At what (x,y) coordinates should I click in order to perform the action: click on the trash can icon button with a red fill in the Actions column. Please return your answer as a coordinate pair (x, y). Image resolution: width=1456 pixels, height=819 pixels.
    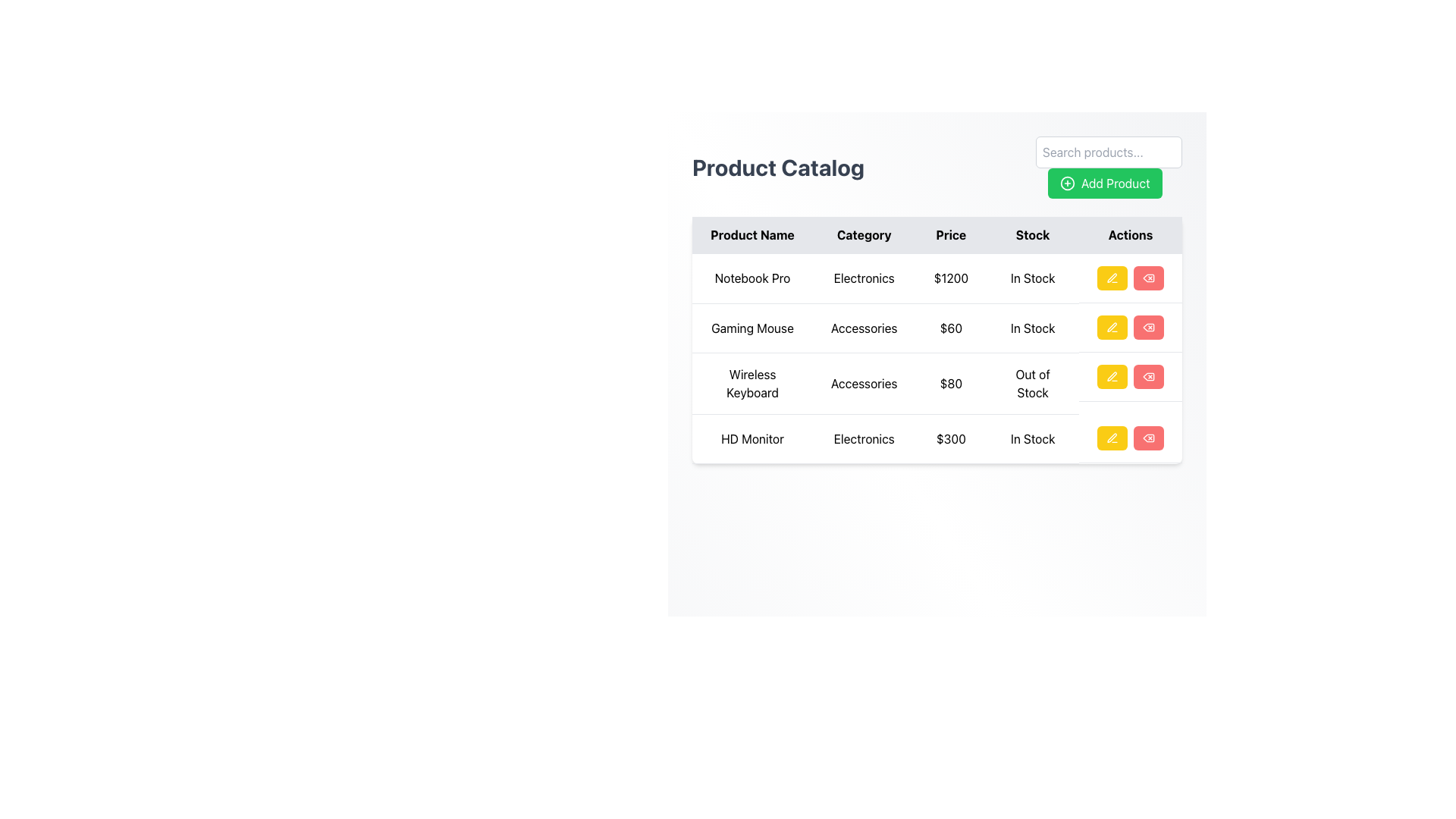
    Looking at the image, I should click on (1149, 278).